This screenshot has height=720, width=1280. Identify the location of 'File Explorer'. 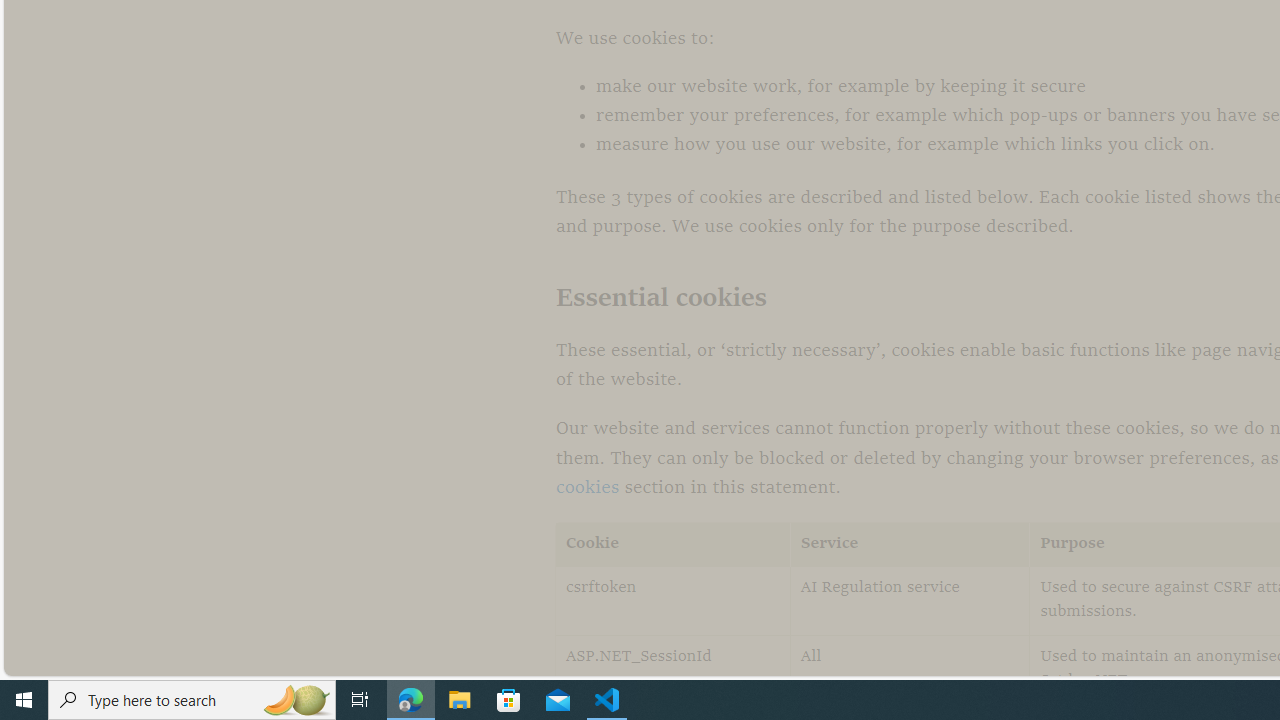
(459, 698).